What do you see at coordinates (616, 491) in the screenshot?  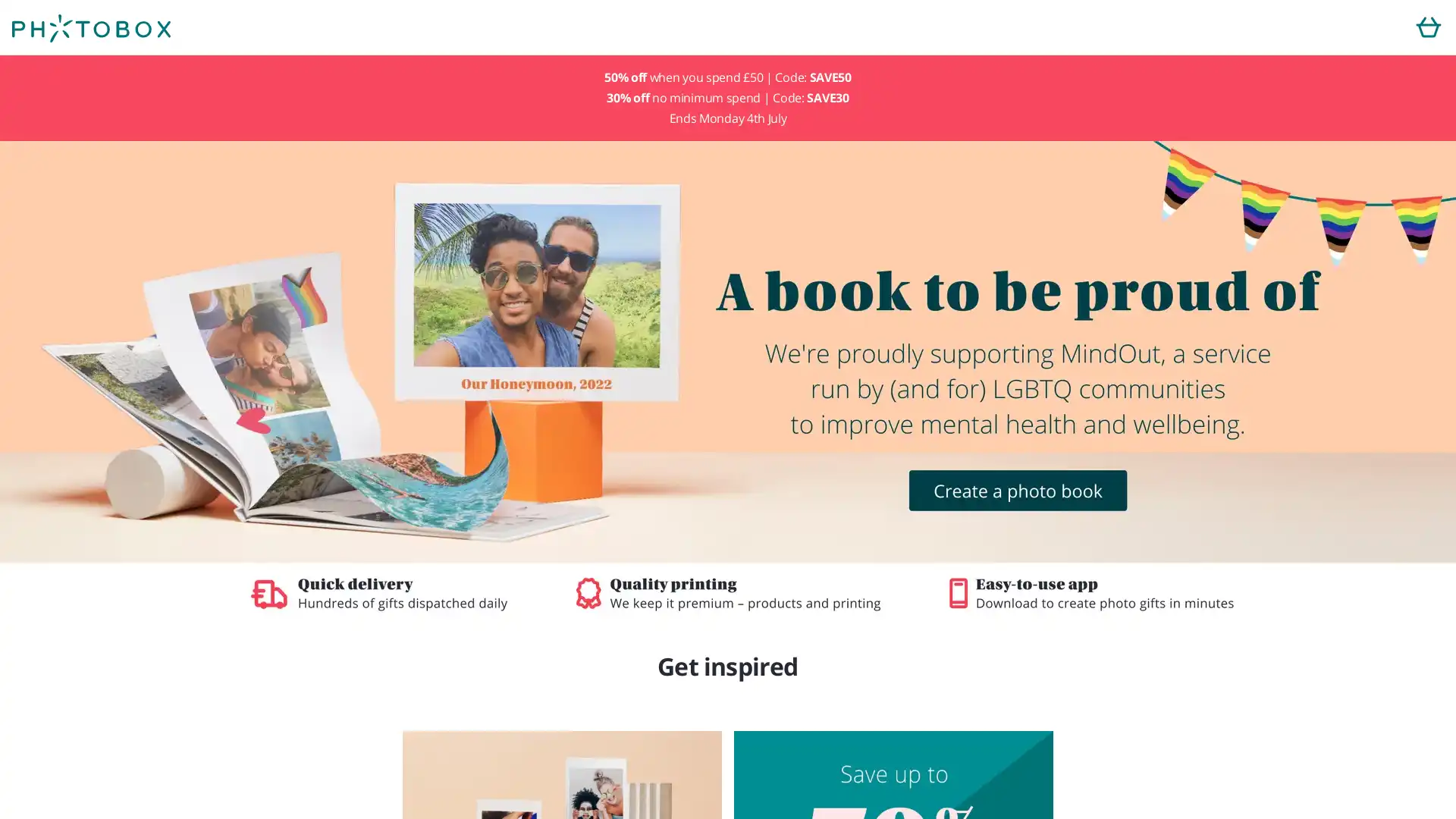 I see `Deny` at bounding box center [616, 491].